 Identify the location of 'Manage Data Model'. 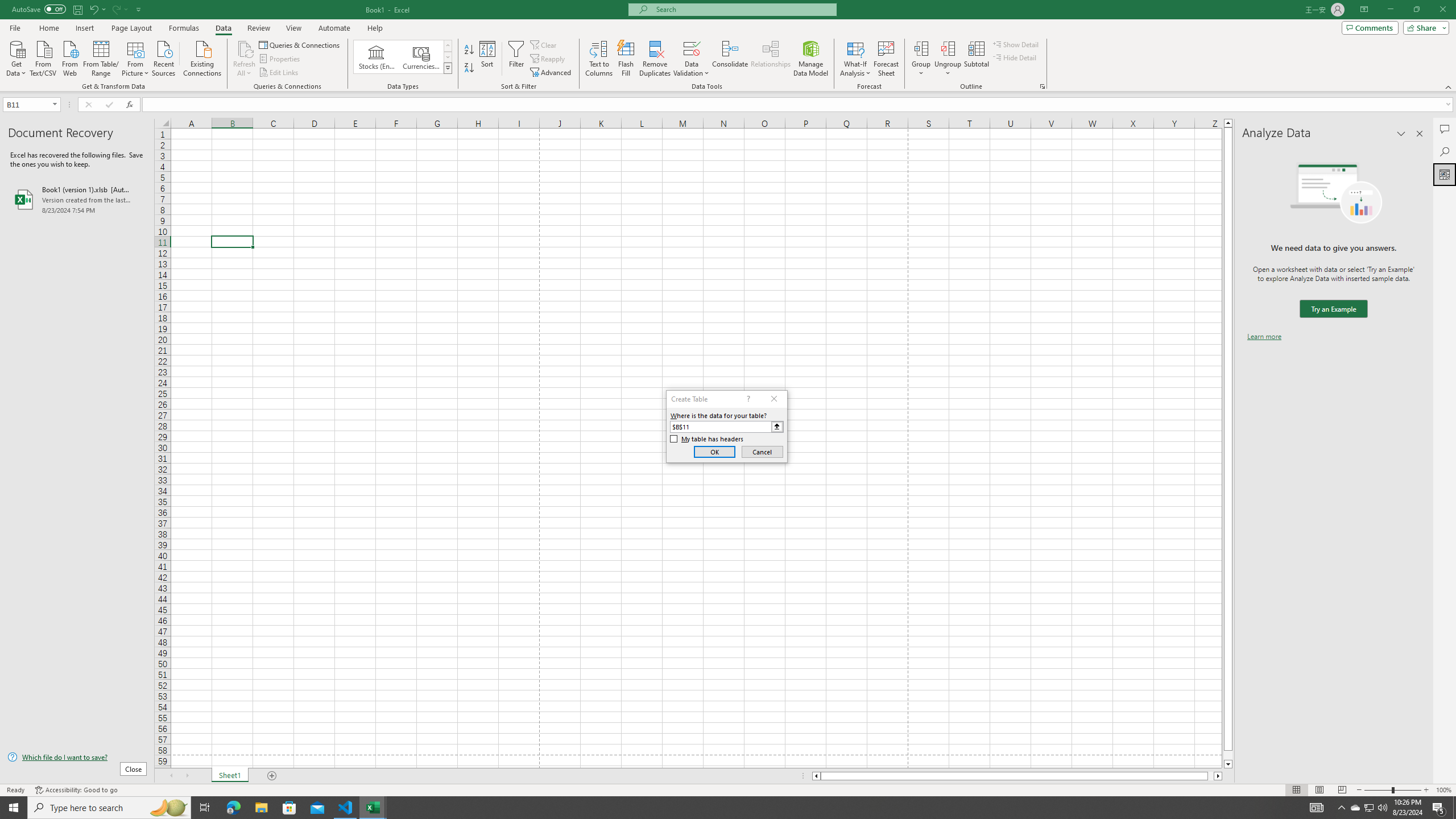
(810, 59).